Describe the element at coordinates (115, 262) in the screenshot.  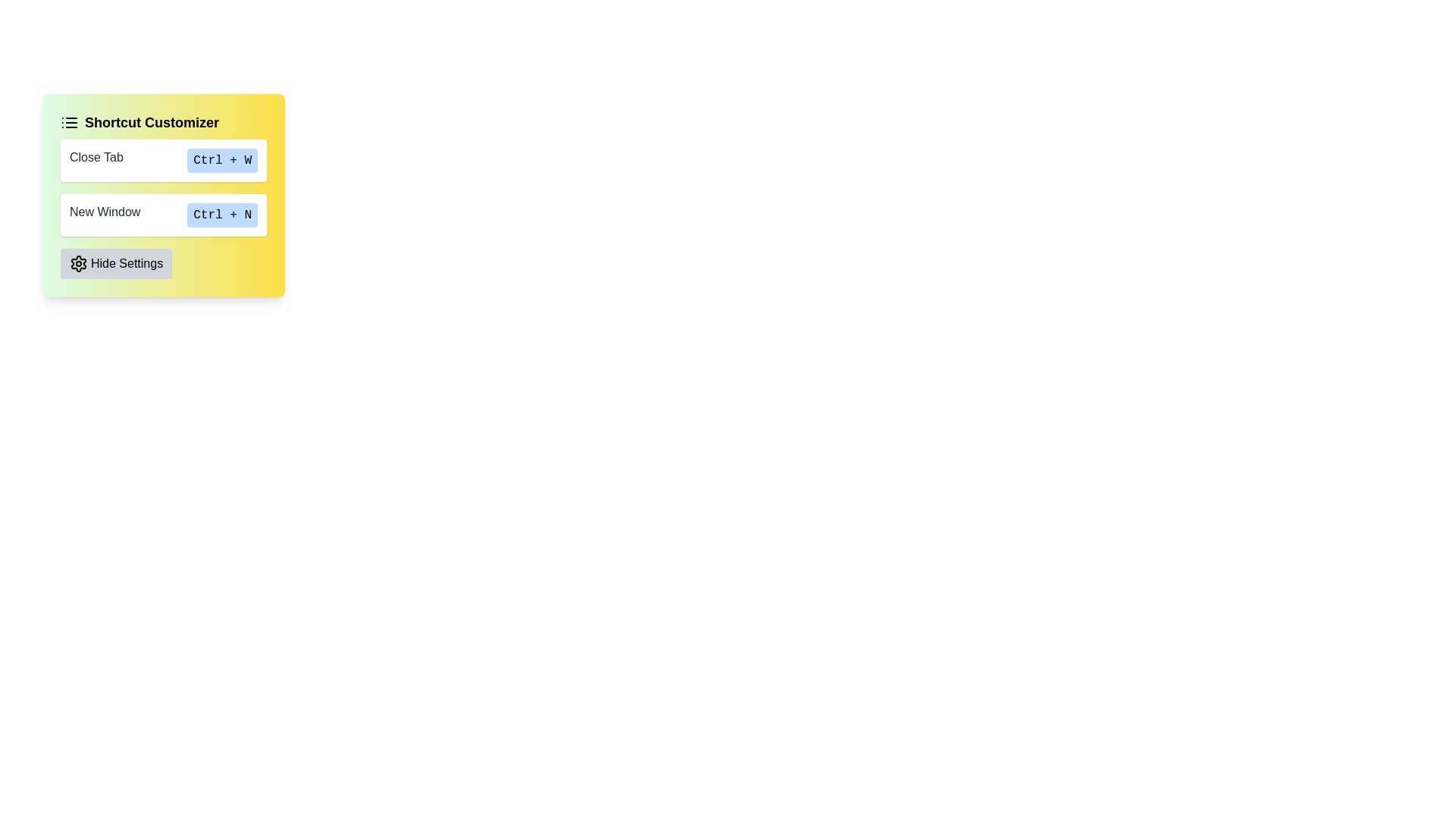
I see `the 'Hide Settings' button, which is a rectangular button with a light gray background and rounded corners` at that location.